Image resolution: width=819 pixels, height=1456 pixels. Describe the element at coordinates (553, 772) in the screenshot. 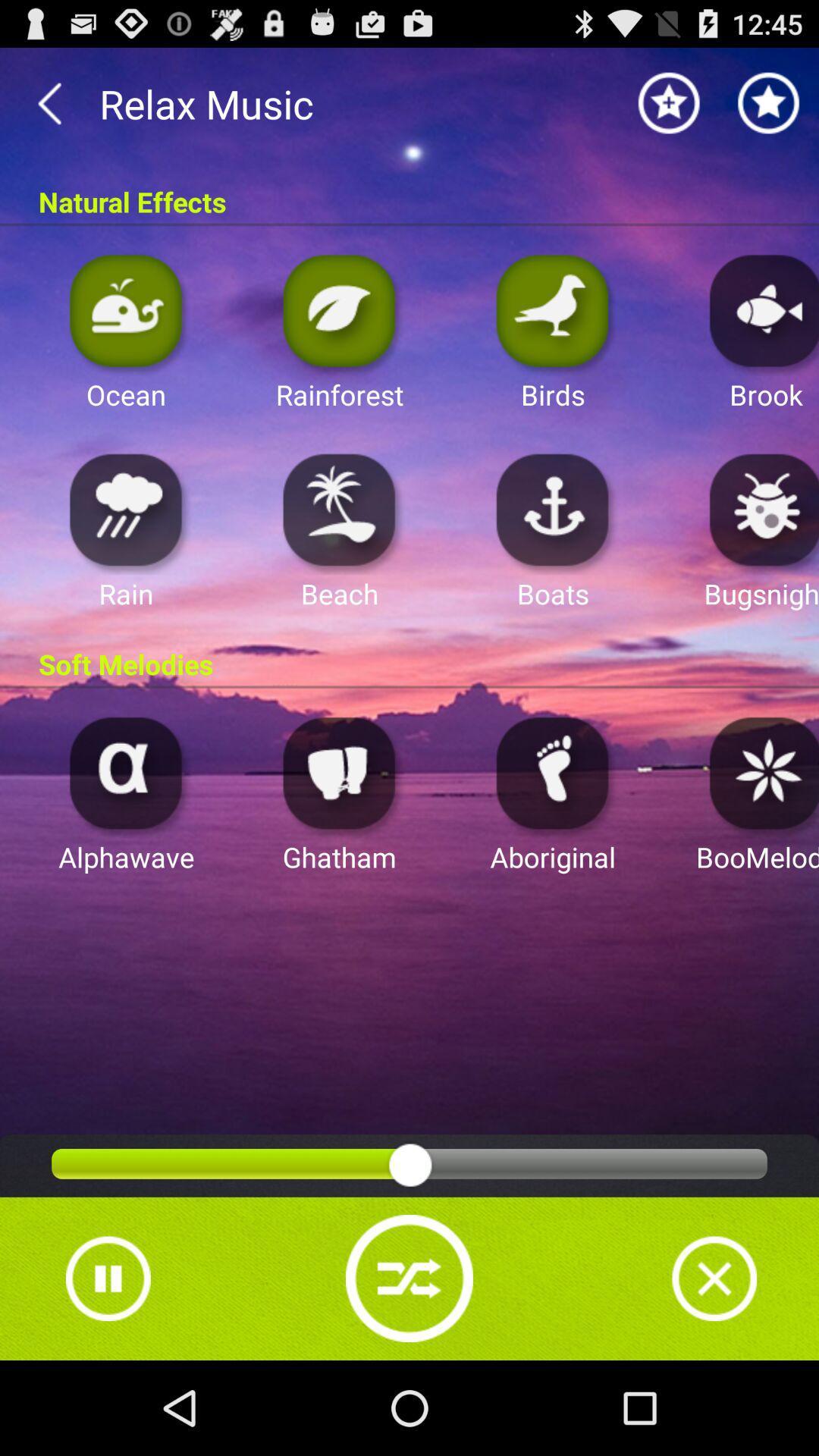

I see `choose aboriginal` at that location.